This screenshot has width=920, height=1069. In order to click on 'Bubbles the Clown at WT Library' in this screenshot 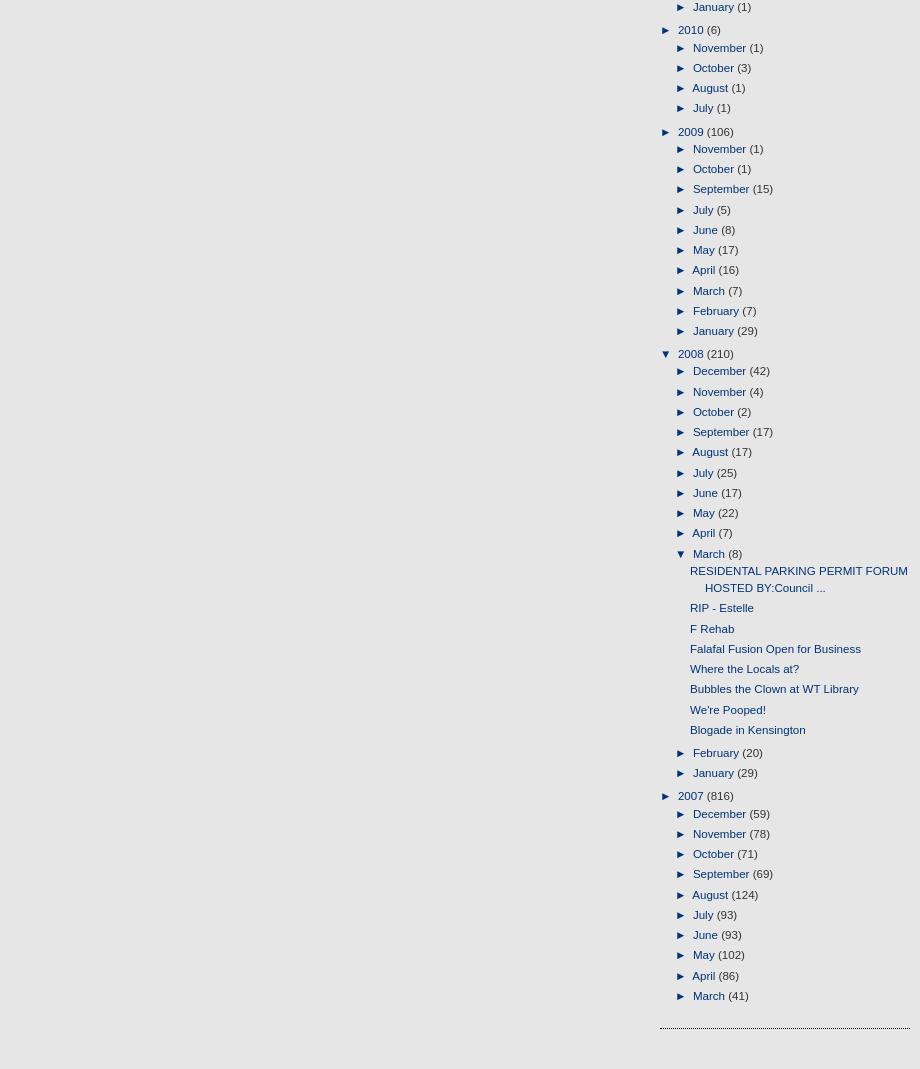, I will do `click(690, 687)`.